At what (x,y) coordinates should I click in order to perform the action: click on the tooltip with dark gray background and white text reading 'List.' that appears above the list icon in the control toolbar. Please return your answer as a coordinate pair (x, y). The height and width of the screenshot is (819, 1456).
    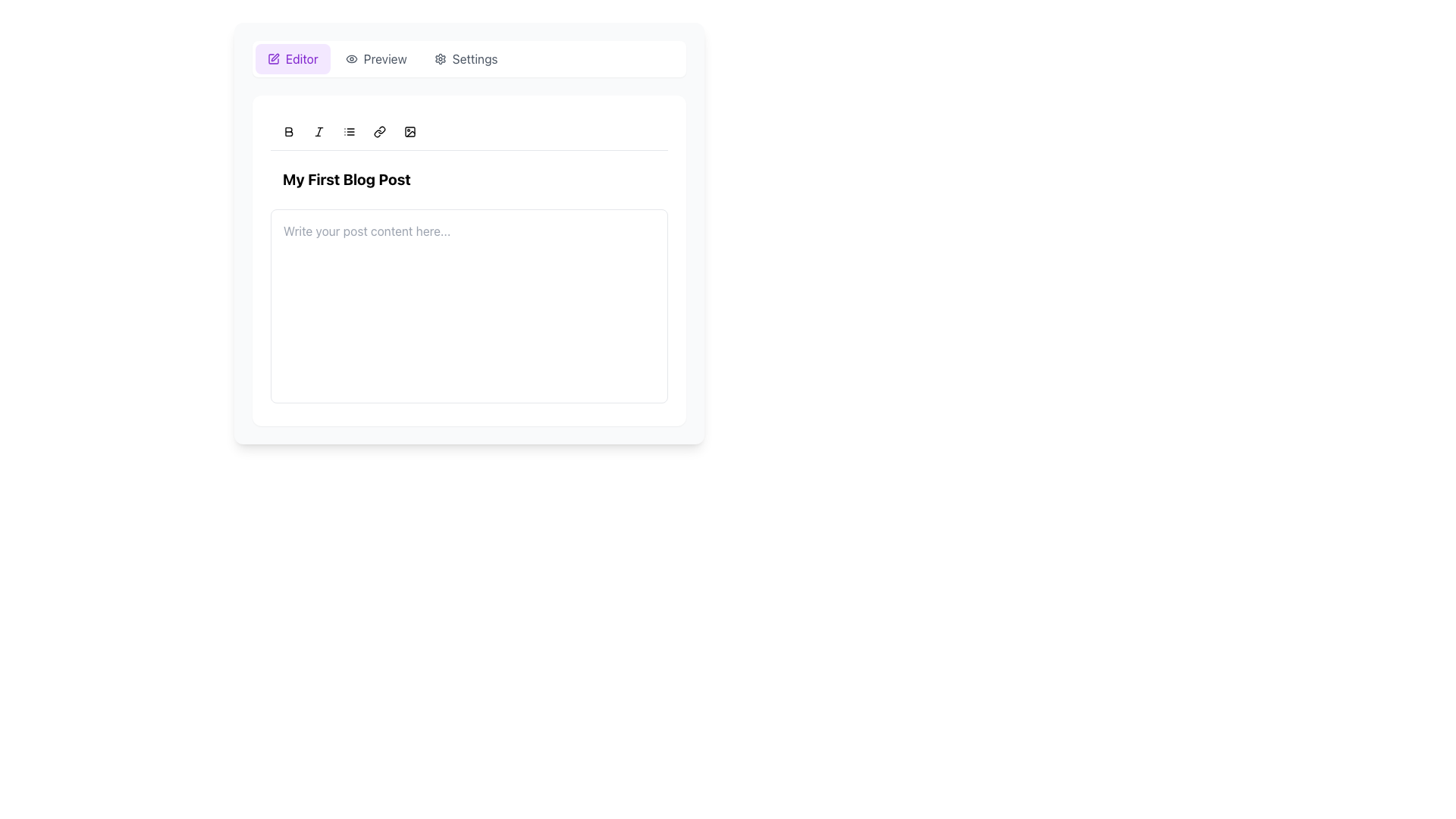
    Looking at the image, I should click on (350, 122).